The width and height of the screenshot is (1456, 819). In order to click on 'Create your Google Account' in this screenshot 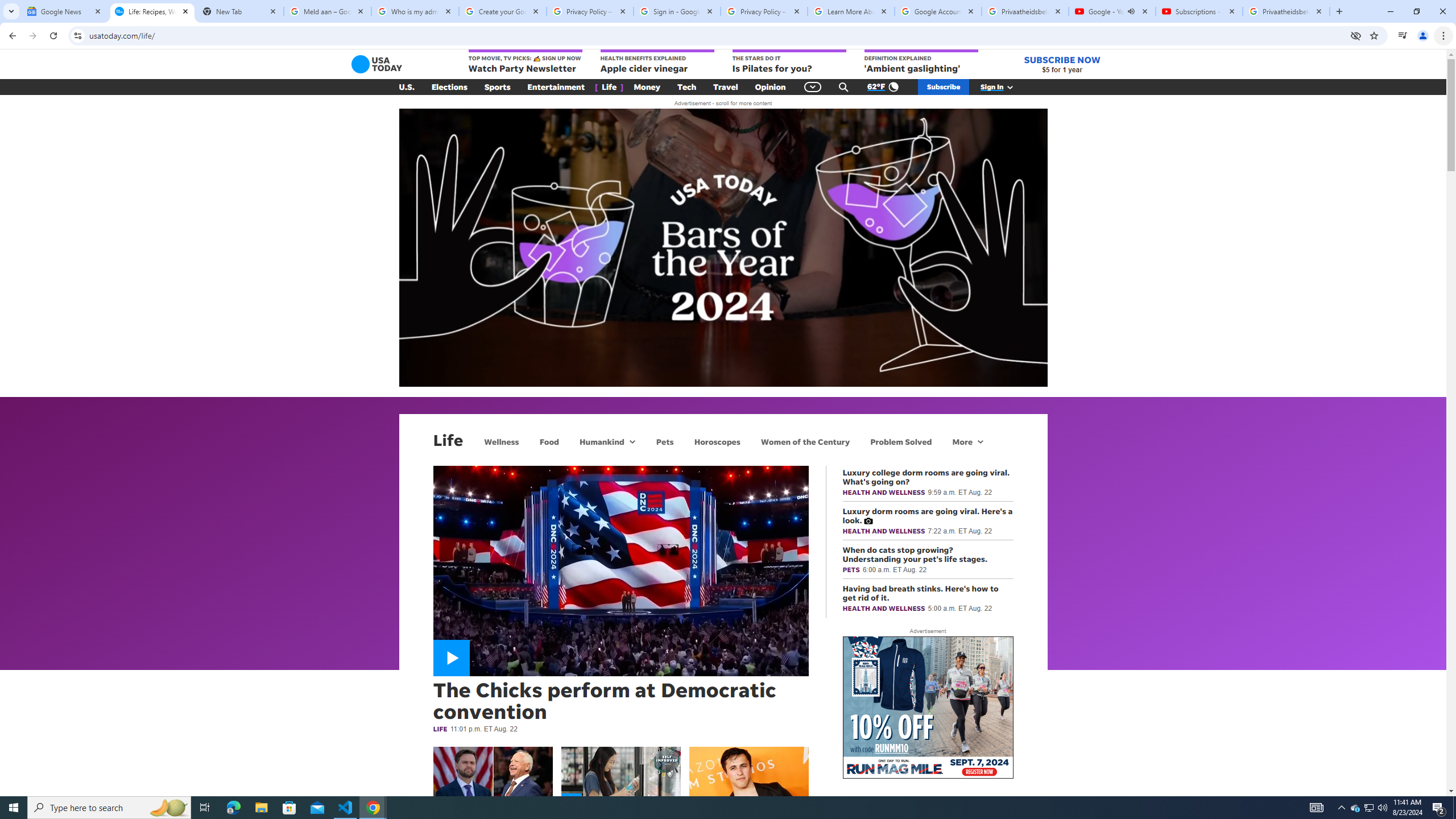, I will do `click(503, 11)`.